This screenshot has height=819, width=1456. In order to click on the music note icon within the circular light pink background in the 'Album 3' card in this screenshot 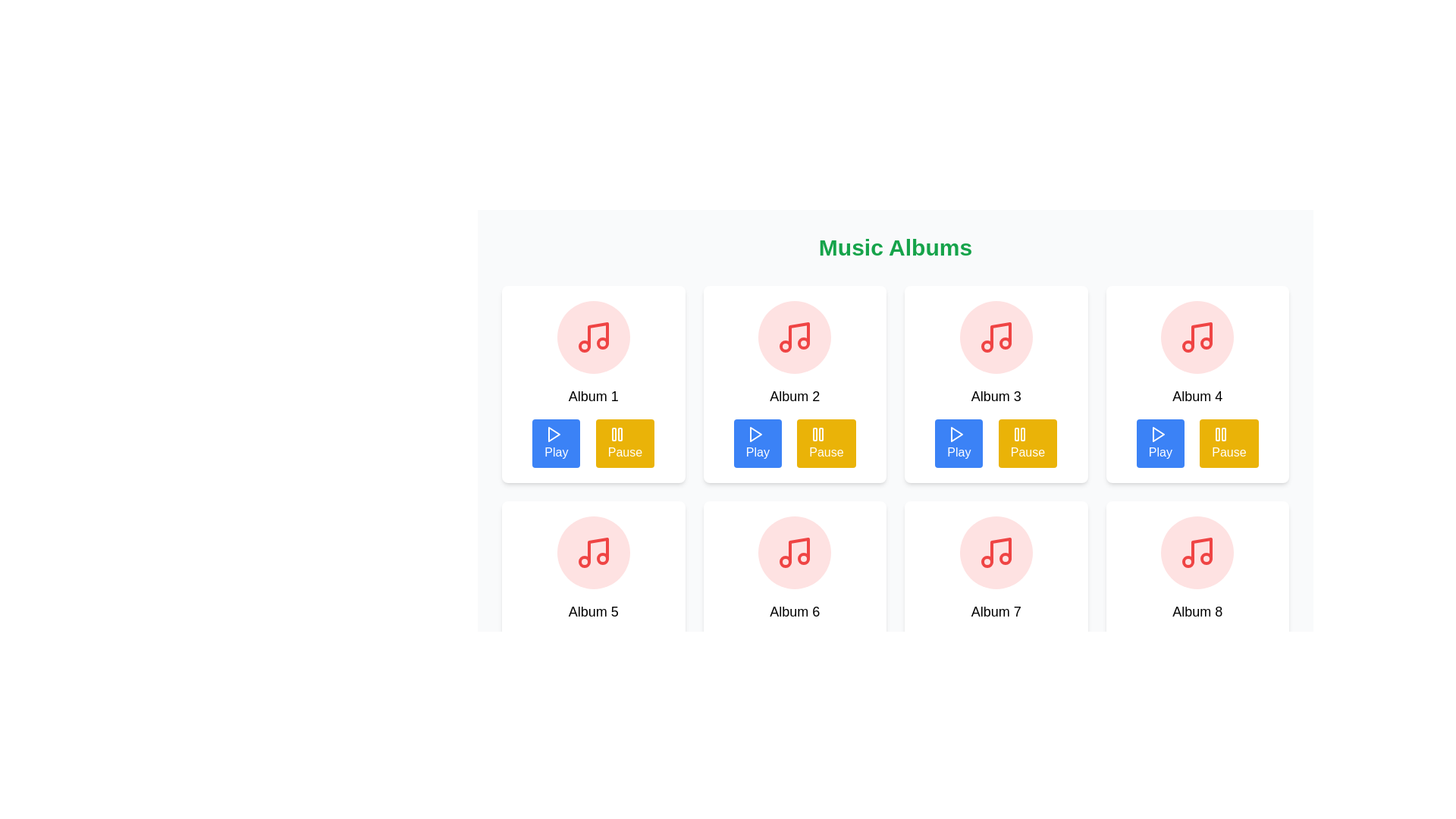, I will do `click(996, 336)`.